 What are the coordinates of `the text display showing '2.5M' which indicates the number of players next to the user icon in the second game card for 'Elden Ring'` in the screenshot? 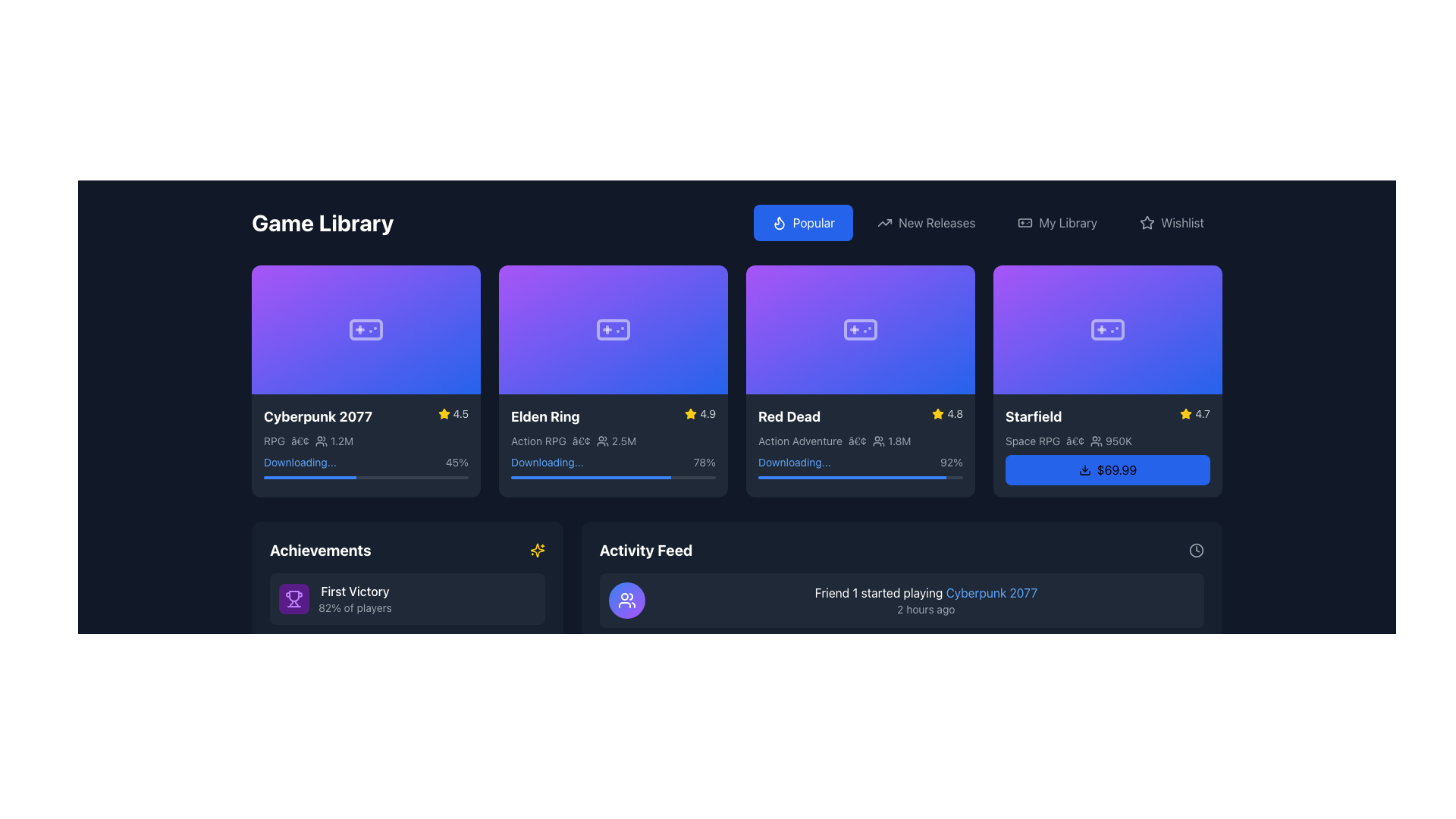 It's located at (624, 441).